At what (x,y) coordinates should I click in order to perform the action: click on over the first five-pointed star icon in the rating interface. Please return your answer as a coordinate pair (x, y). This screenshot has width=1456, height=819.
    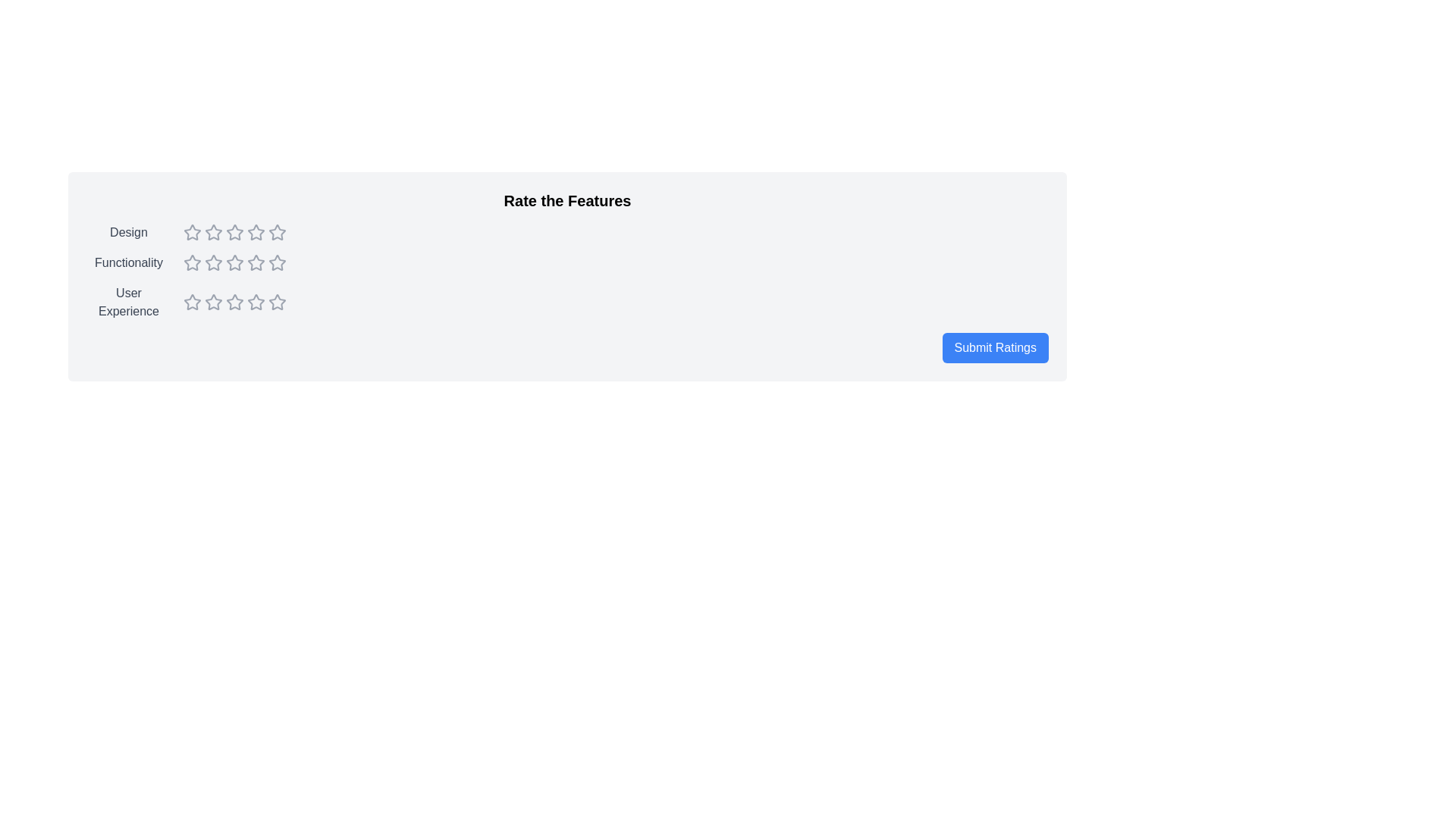
    Looking at the image, I should click on (192, 302).